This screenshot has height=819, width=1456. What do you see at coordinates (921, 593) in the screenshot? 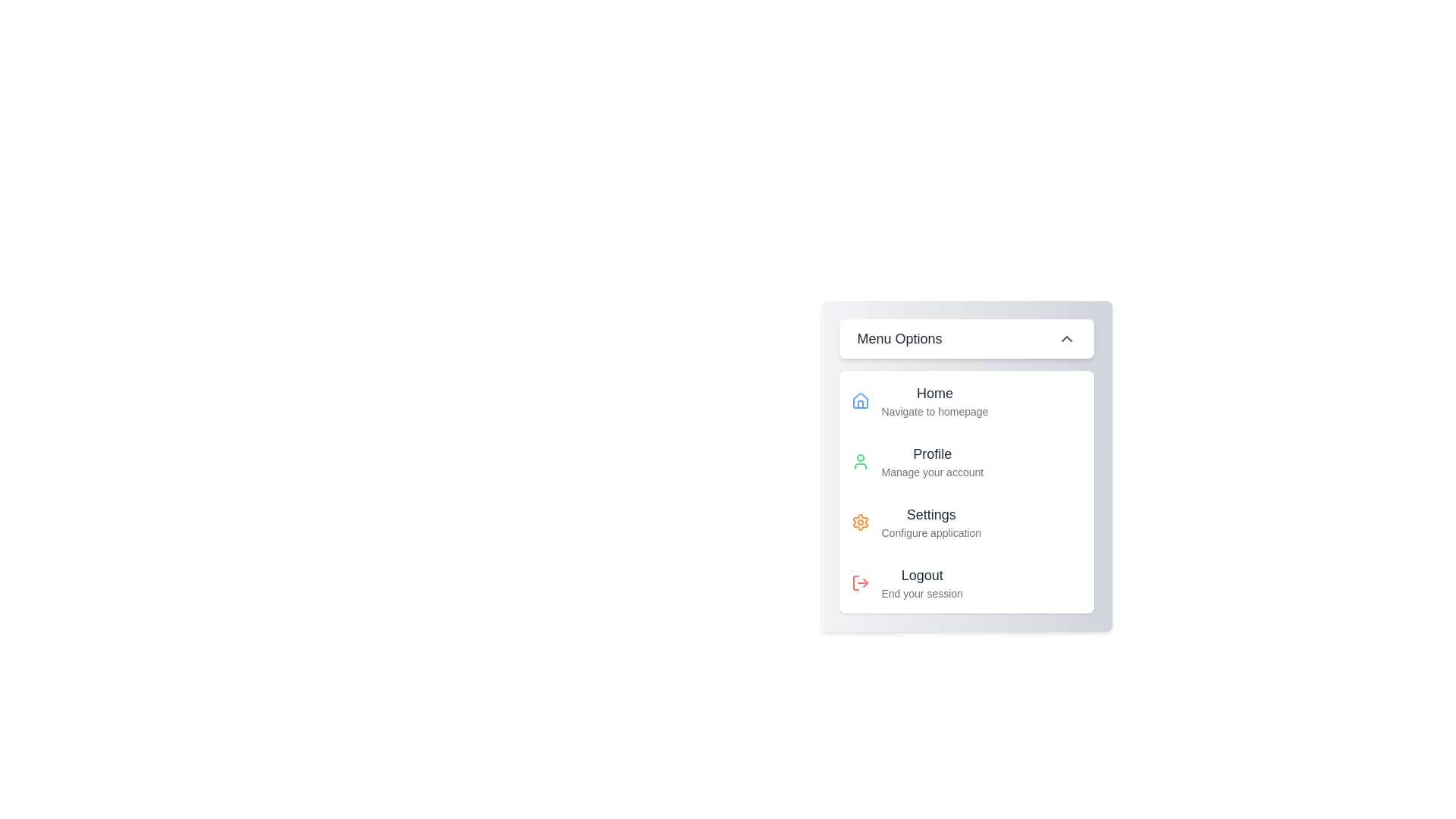
I see `the text label displaying 'End your session', which is located below the 'Logout' text in the lower right portion of the Menu Options section` at bounding box center [921, 593].